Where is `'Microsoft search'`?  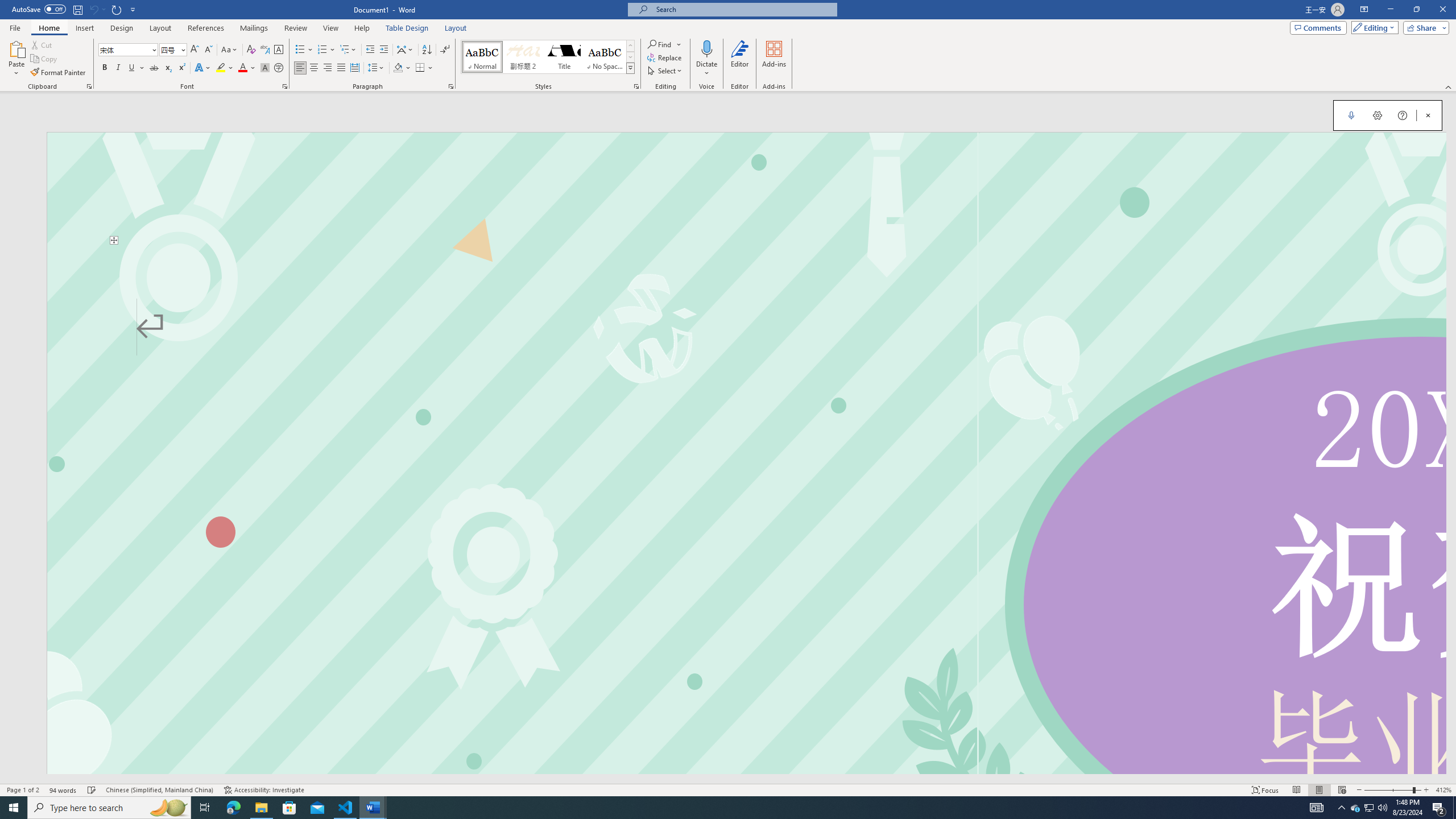 'Microsoft search' is located at coordinates (742, 9).